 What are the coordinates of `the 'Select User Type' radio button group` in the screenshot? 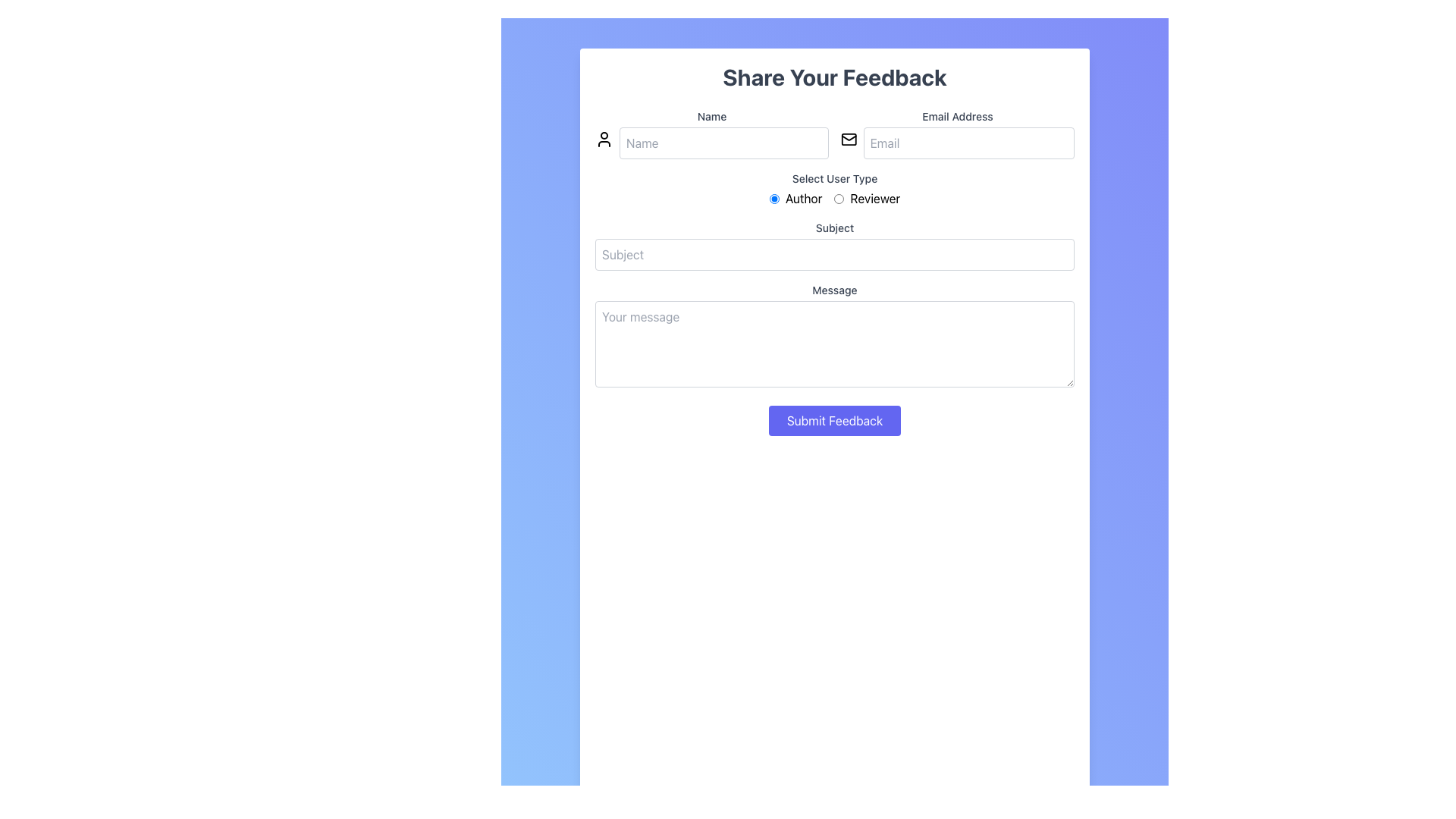 It's located at (833, 189).